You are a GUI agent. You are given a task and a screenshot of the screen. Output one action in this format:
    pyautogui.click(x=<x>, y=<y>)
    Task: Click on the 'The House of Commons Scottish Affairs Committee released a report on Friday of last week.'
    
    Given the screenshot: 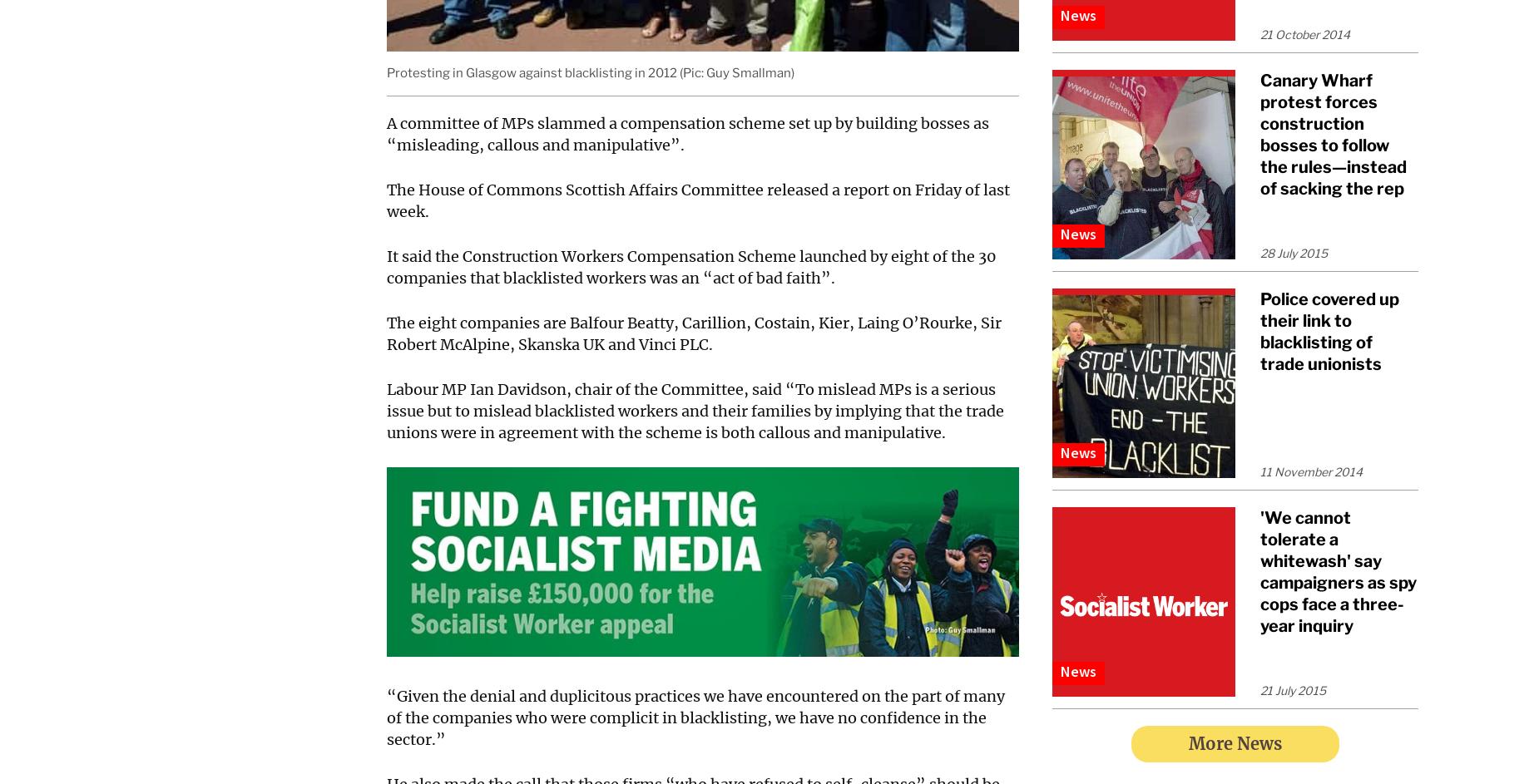 What is the action you would take?
    pyautogui.click(x=387, y=200)
    